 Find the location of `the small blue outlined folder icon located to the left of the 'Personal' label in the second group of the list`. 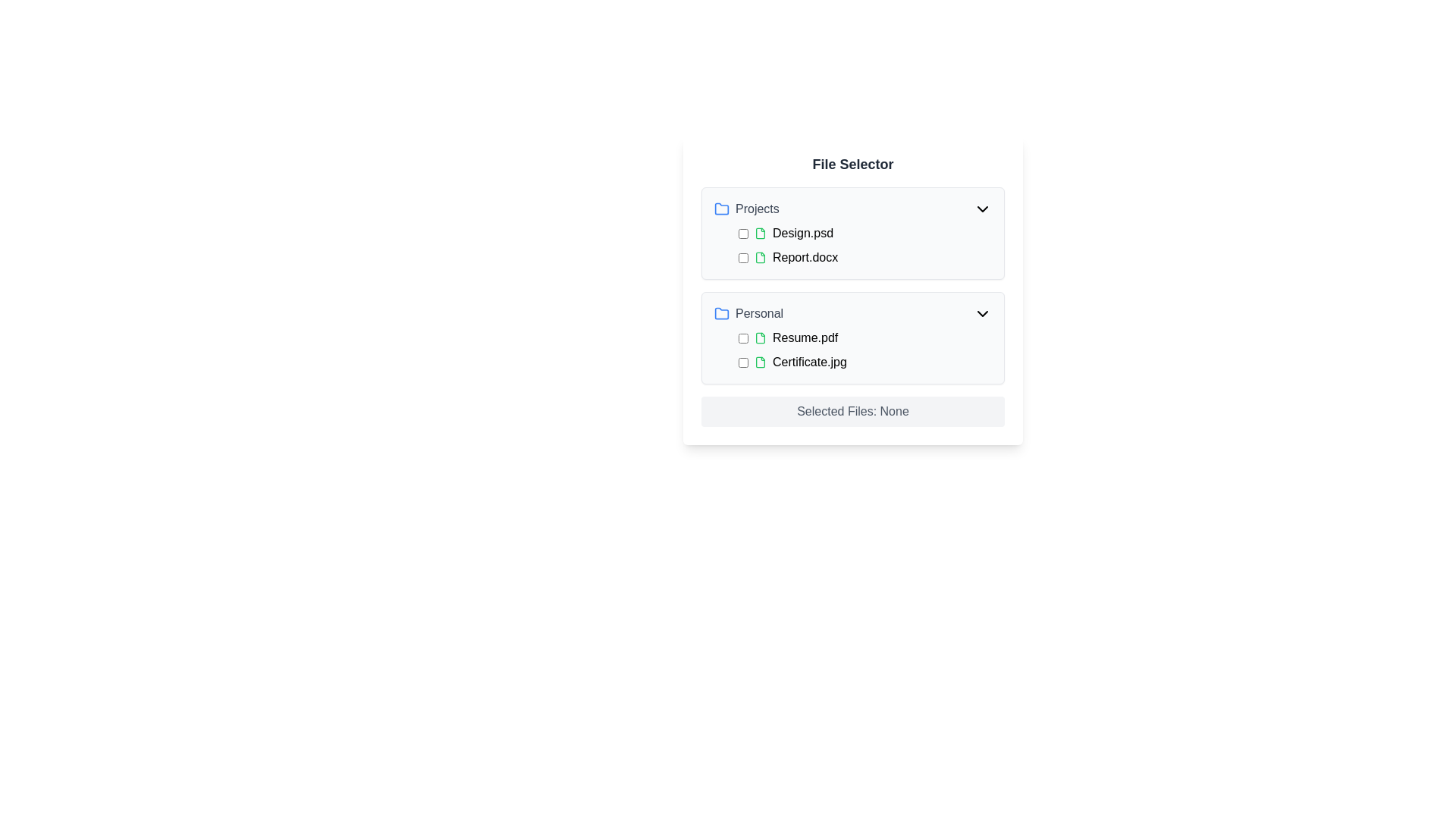

the small blue outlined folder icon located to the left of the 'Personal' label in the second group of the list is located at coordinates (720, 312).